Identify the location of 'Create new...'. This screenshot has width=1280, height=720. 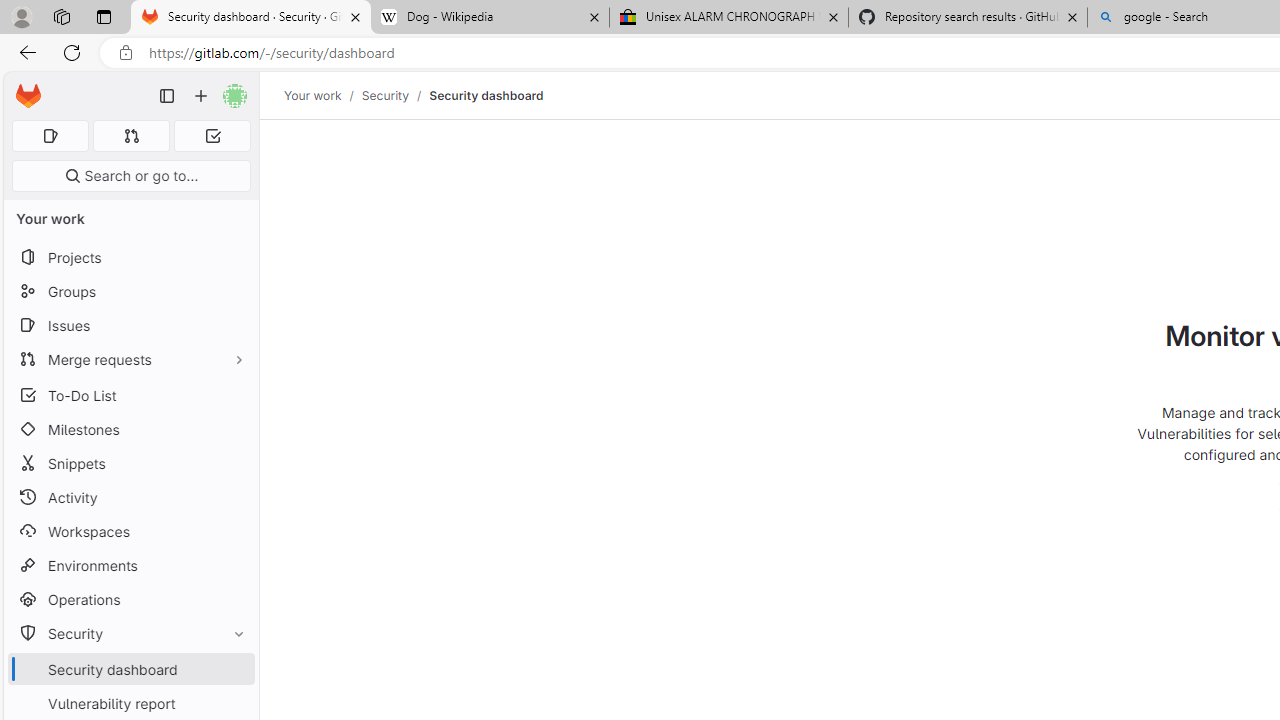
(201, 96).